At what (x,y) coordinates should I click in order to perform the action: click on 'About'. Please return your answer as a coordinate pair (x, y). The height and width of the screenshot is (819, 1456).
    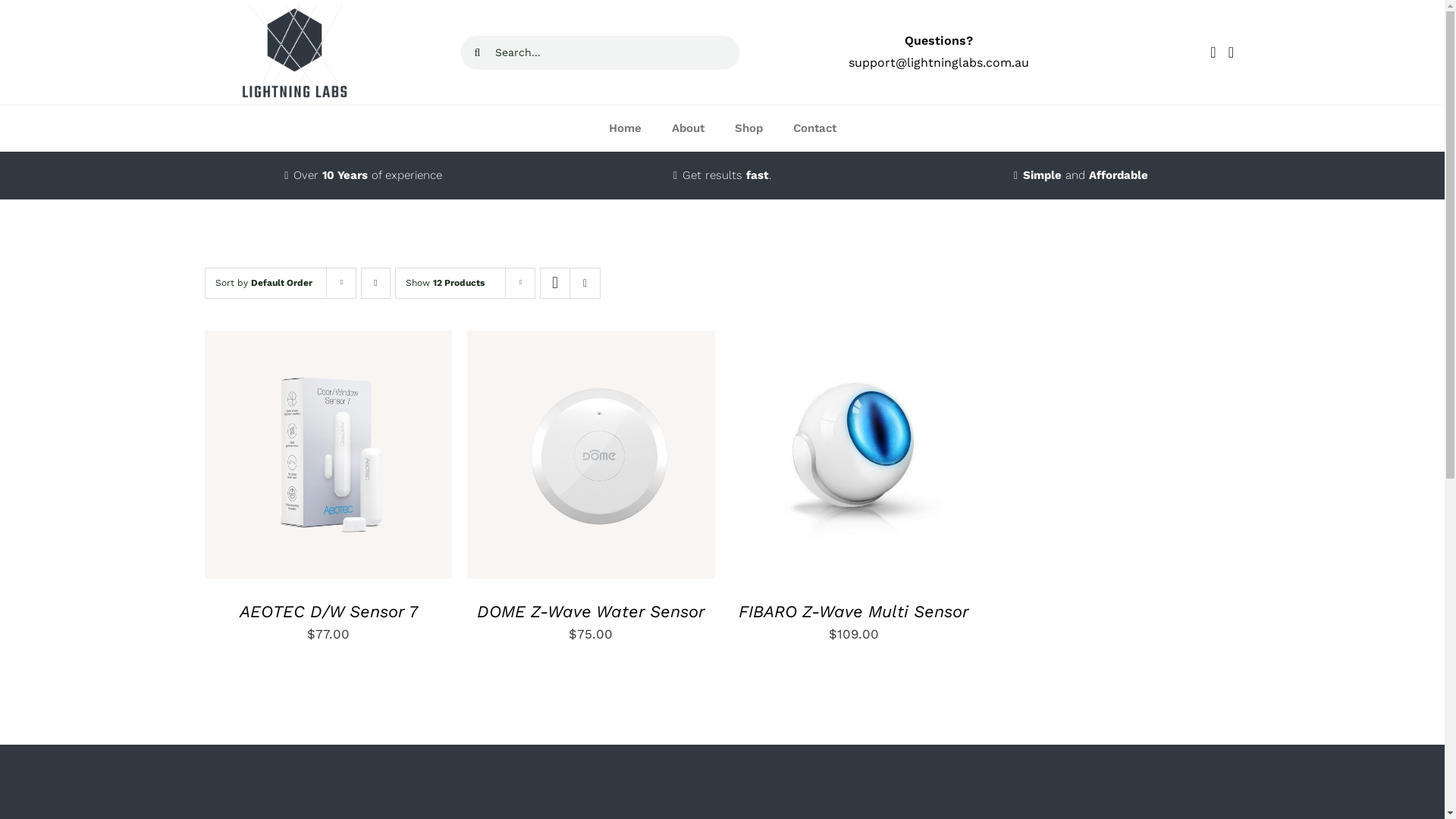
    Looking at the image, I should click on (656, 127).